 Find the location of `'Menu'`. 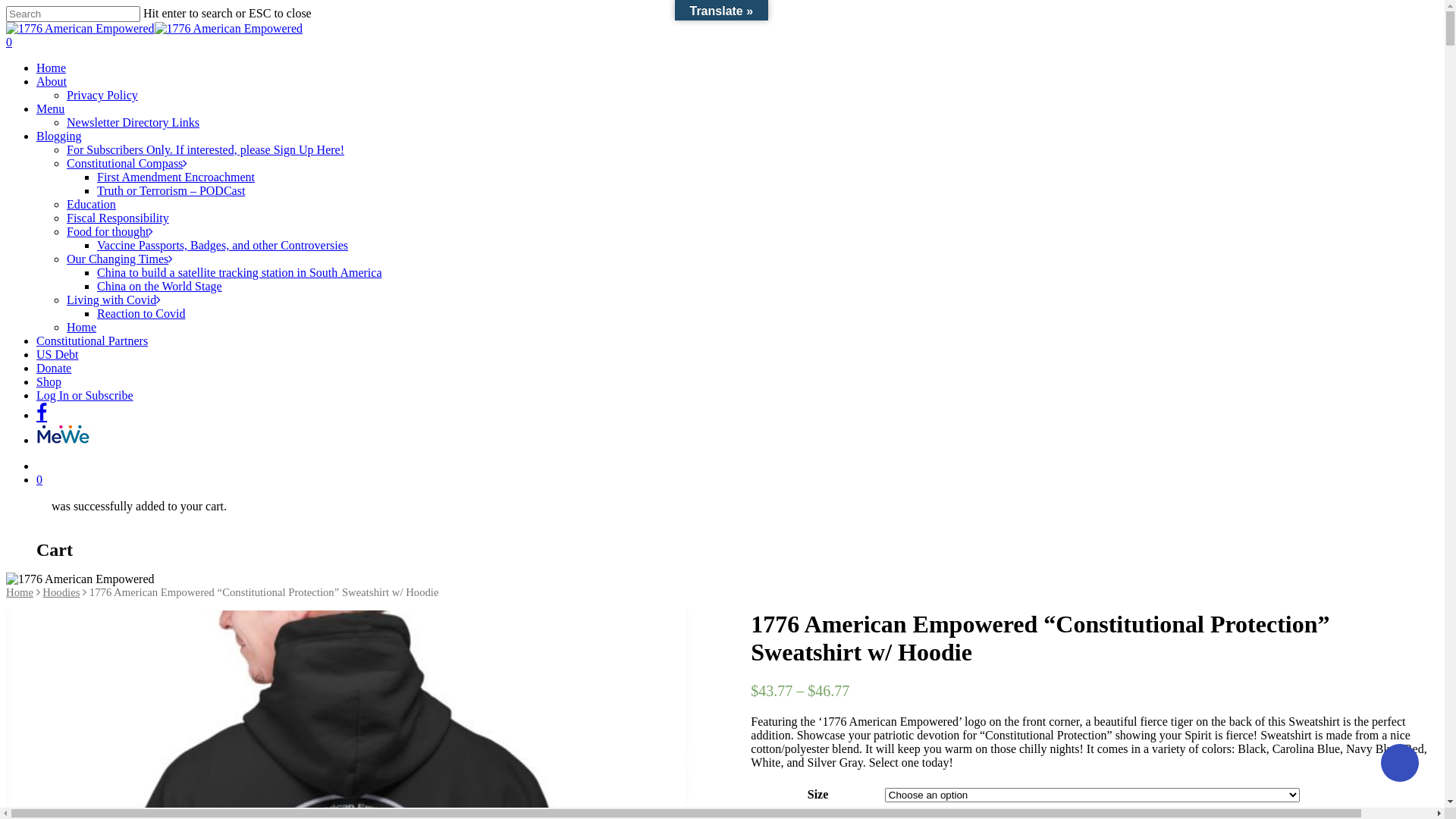

'Menu' is located at coordinates (50, 108).